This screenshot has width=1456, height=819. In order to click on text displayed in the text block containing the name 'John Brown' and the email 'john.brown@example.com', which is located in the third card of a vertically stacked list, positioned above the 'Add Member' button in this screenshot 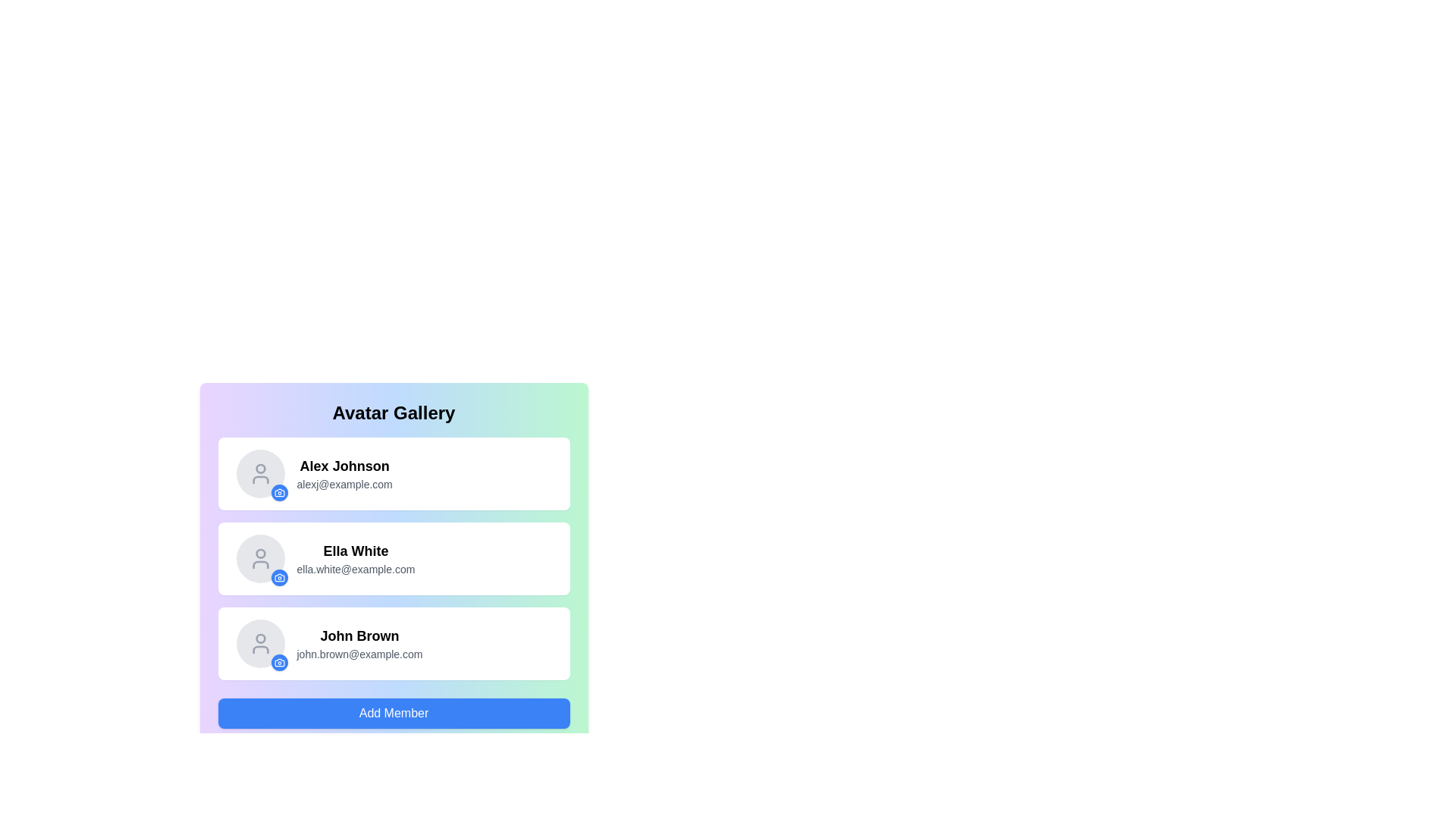, I will do `click(359, 643)`.